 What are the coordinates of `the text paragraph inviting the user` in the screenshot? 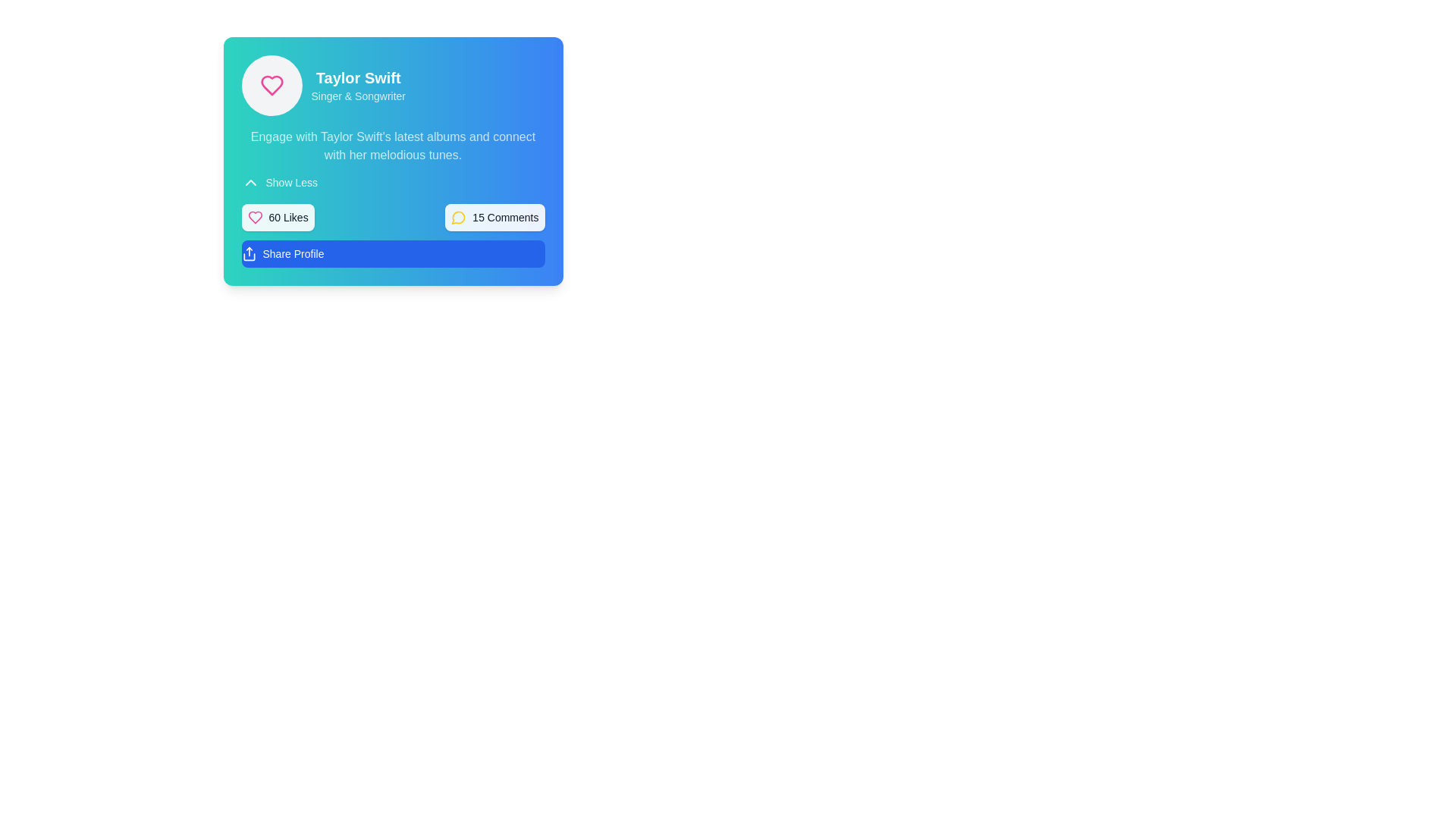 It's located at (393, 146).